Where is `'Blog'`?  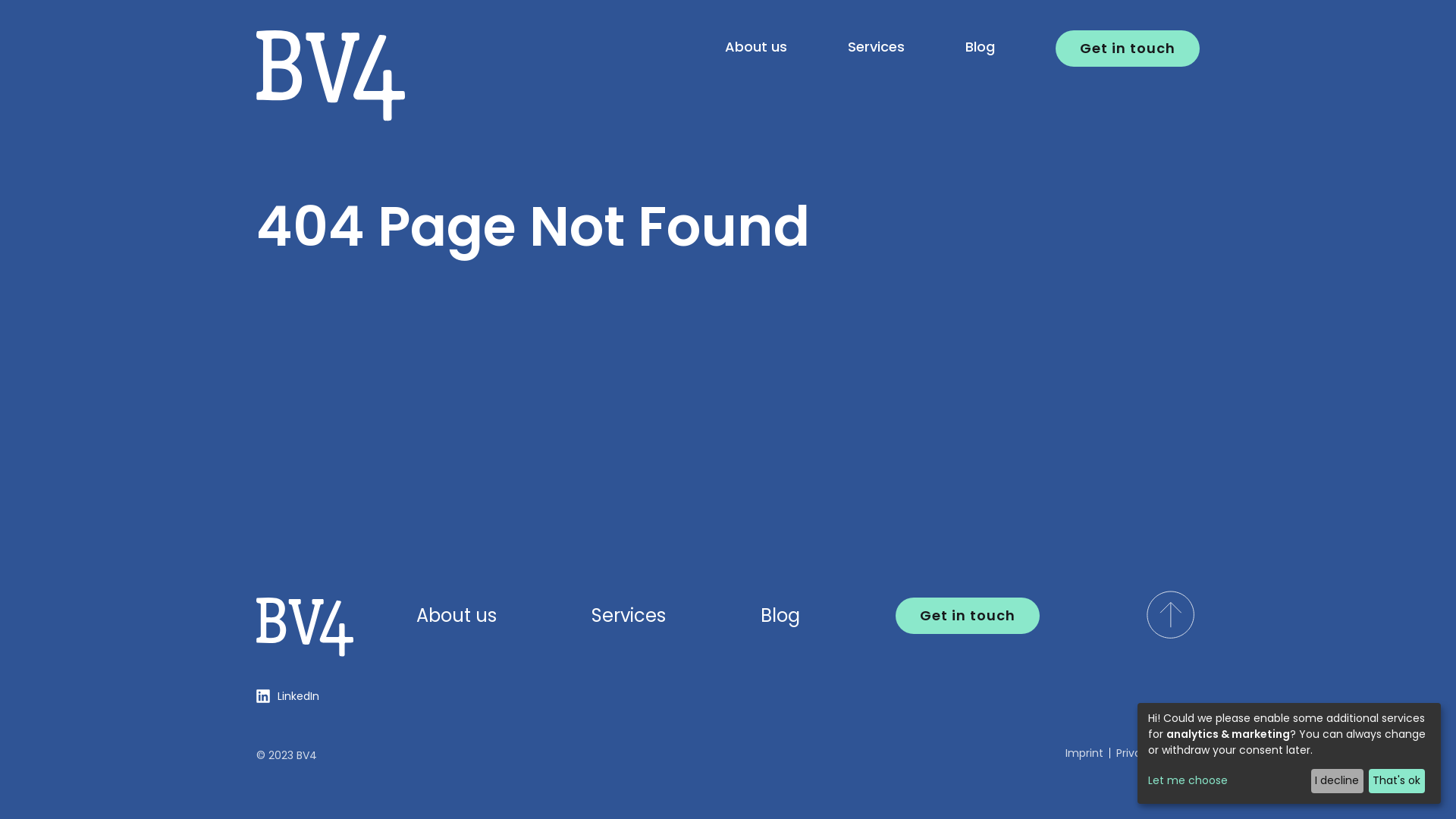 'Blog' is located at coordinates (780, 615).